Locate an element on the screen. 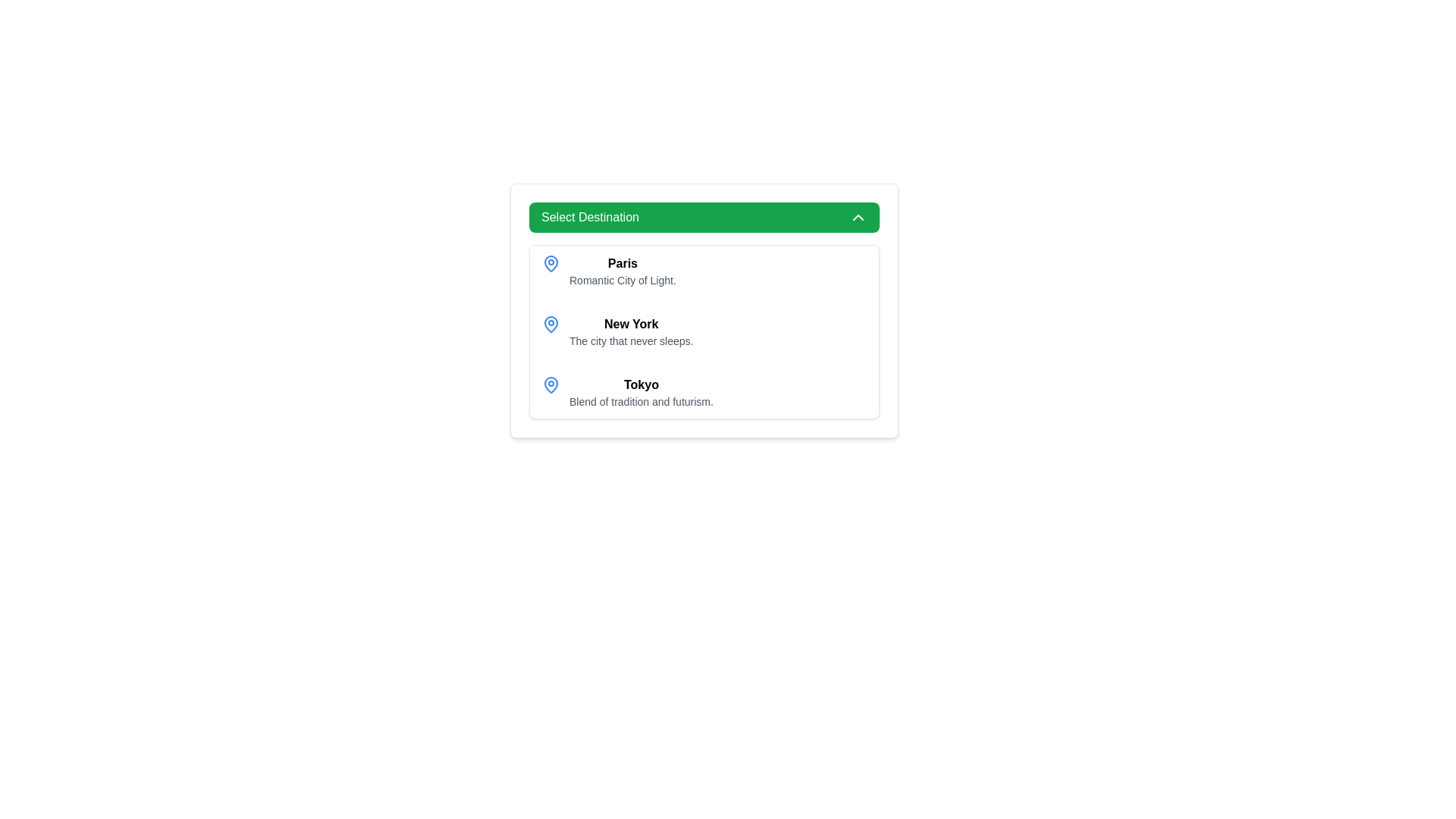 The height and width of the screenshot is (819, 1456). the 'Select Destination' text label, which is styled in white text on a green background and is part of a dropdown menu, located at the top-left corner next to an upward-chevron icon is located at coordinates (589, 217).